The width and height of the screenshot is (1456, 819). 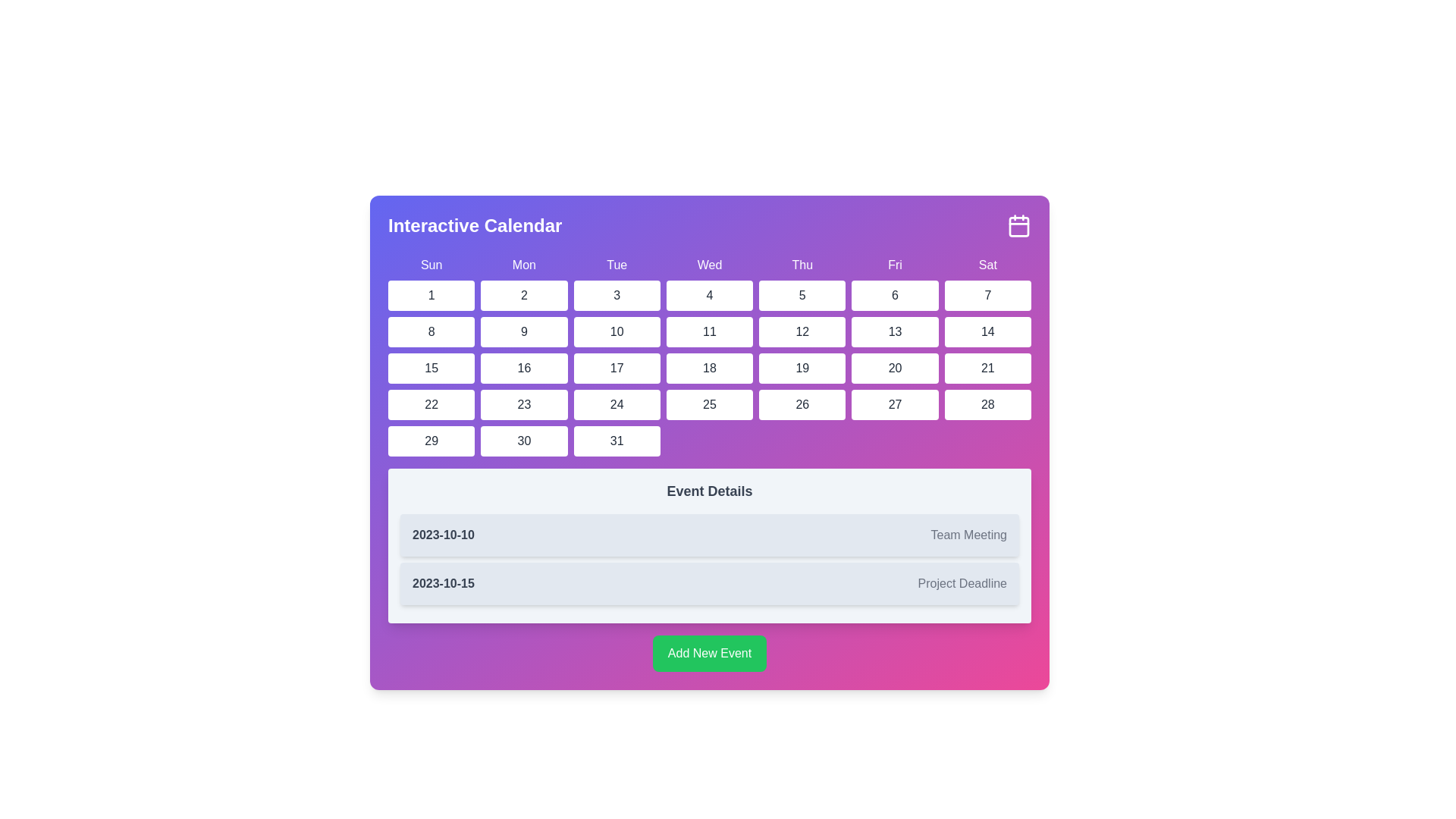 I want to click on the button labeled '12' located in the third row and fifth column of the calendar grid, so click(x=801, y=331).